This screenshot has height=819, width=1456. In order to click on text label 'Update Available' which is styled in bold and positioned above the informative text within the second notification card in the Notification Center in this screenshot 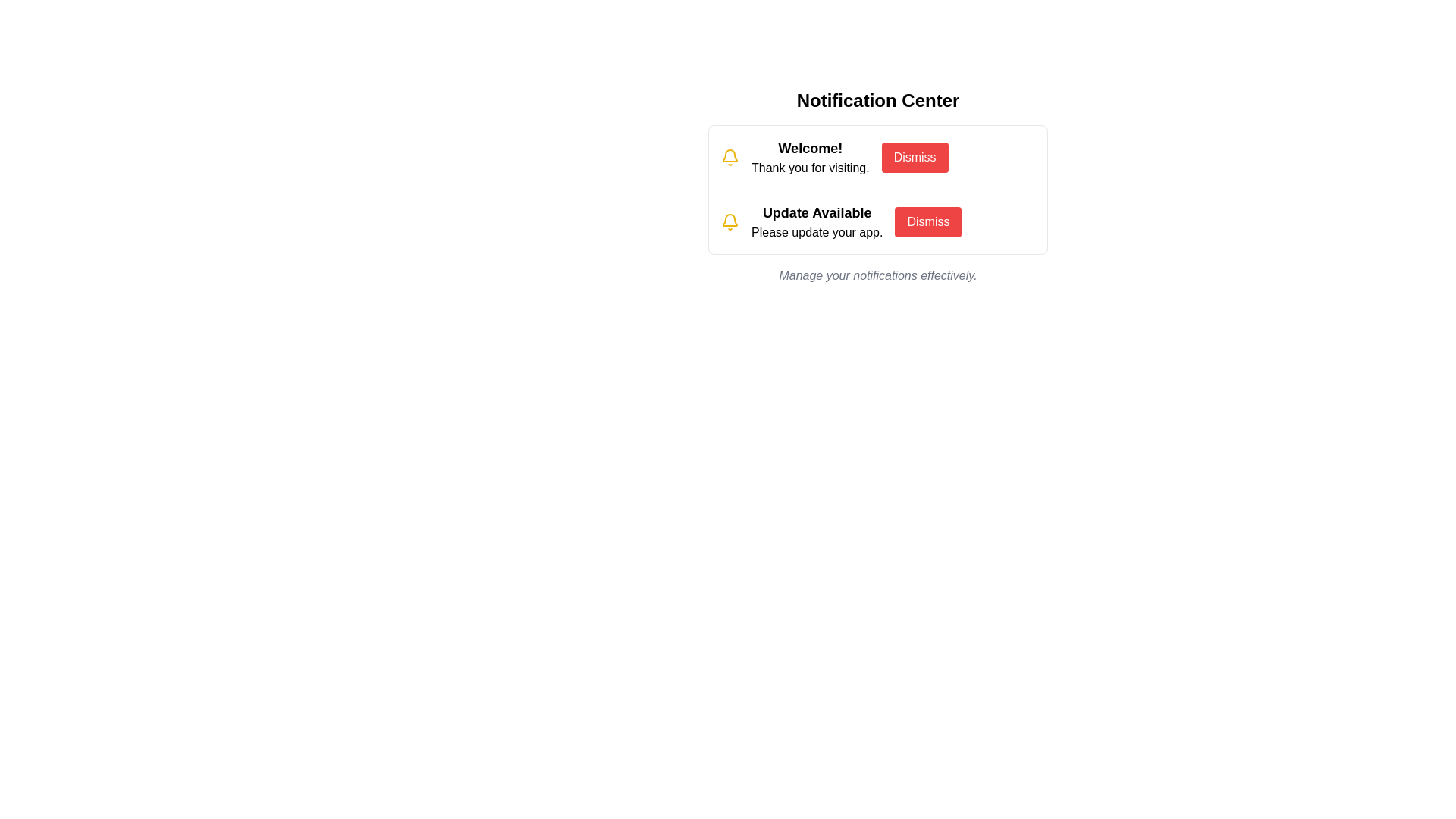, I will do `click(816, 213)`.